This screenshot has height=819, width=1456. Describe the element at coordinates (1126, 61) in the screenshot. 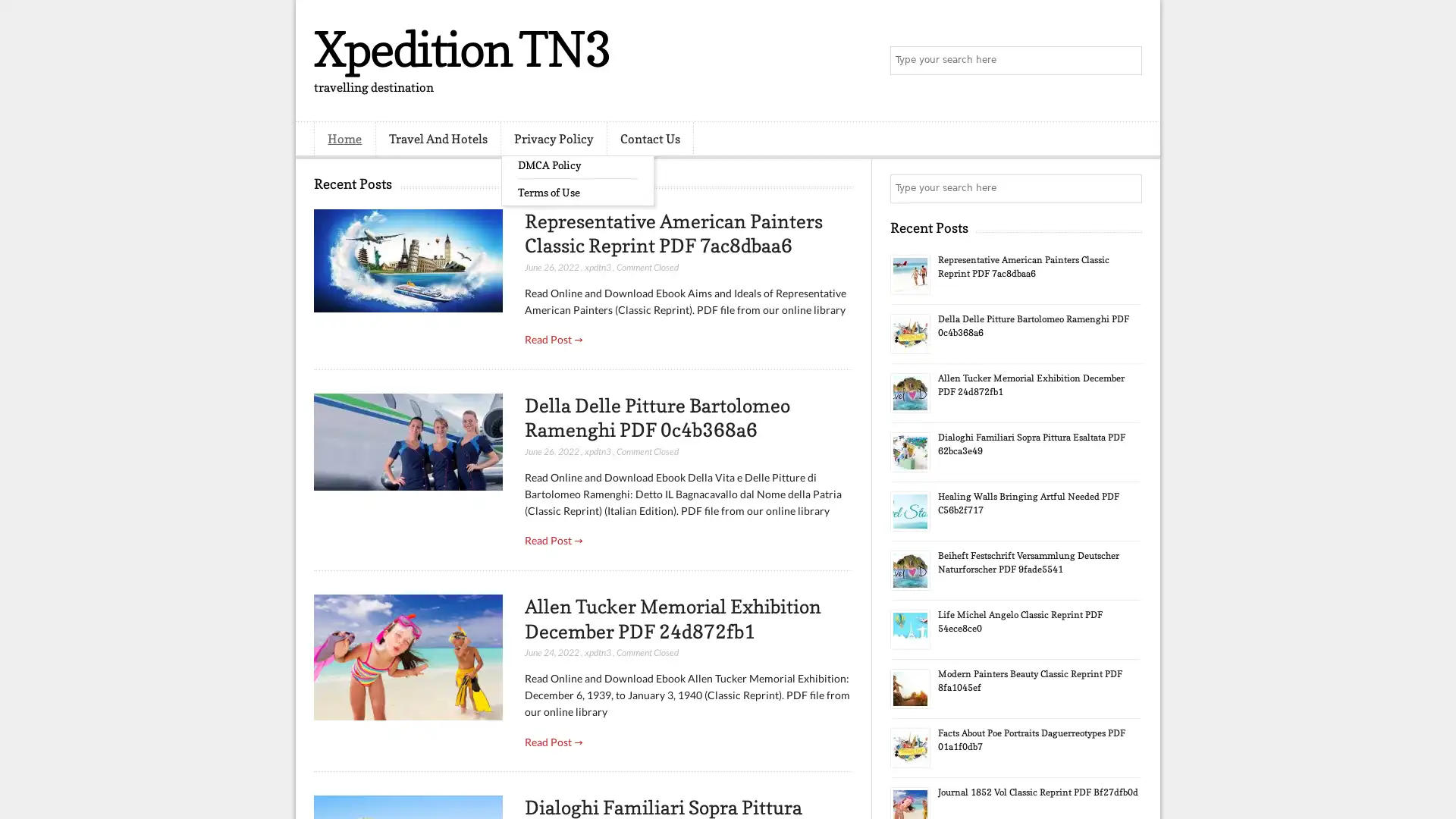

I see `Search` at that location.